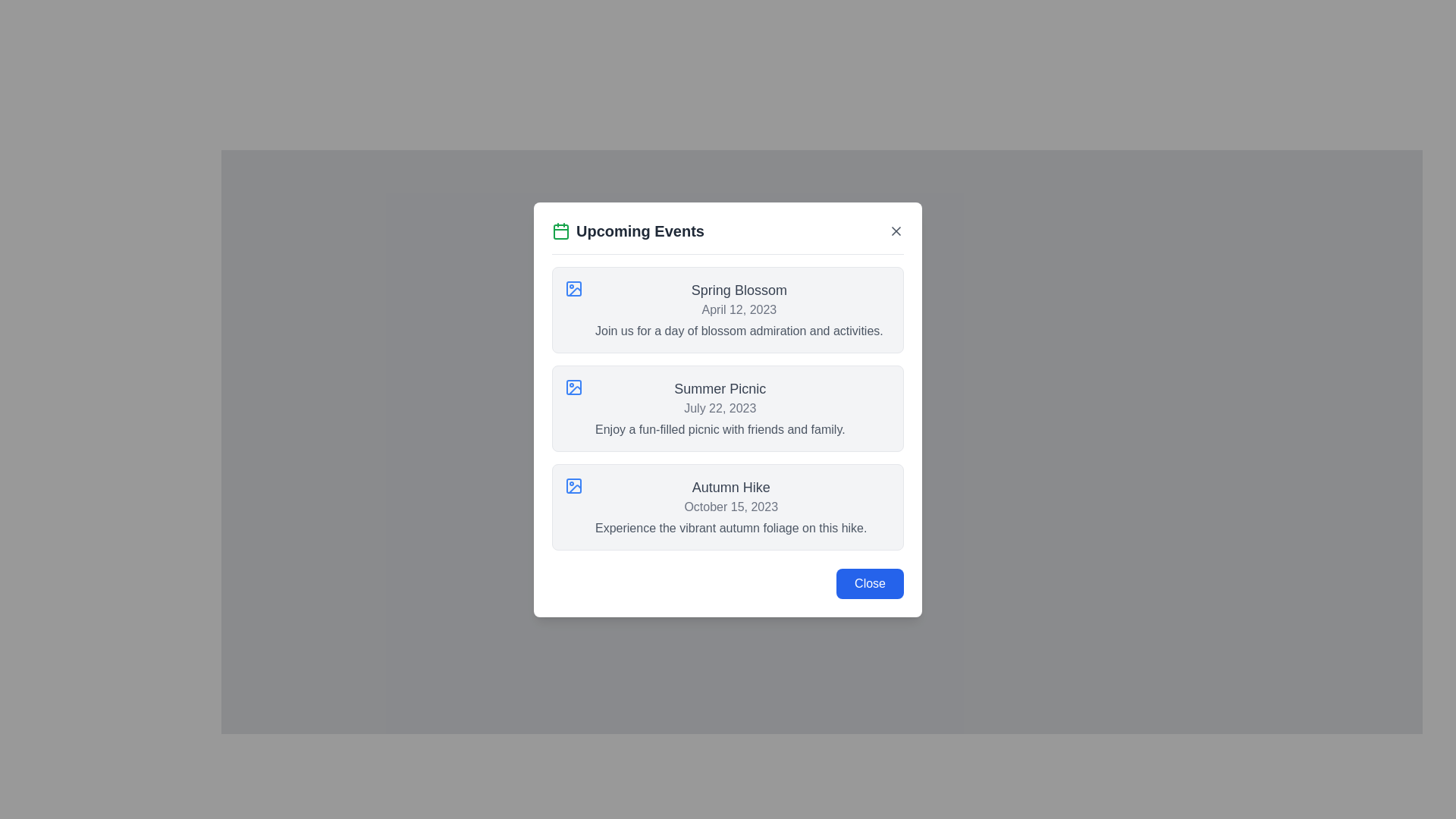 The image size is (1456, 819). Describe the element at coordinates (870, 582) in the screenshot. I see `the close button located at the bottom-right corner of the 'Upcoming Events' dialog box` at that location.